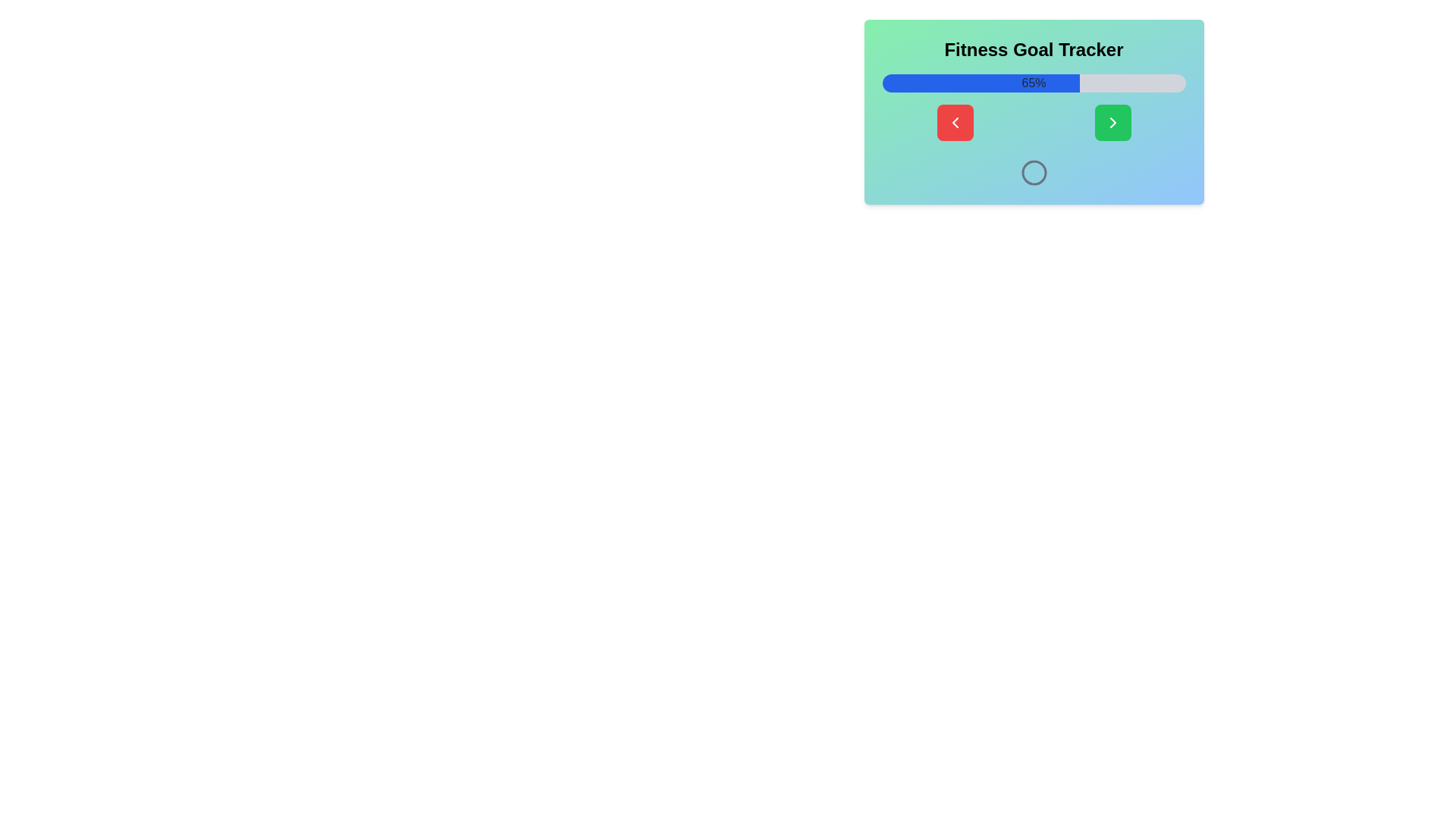 The width and height of the screenshot is (1456, 819). I want to click on the small leftward-pointing chevron icon located within the red button area, which is part of a stylized card UI element, so click(954, 122).